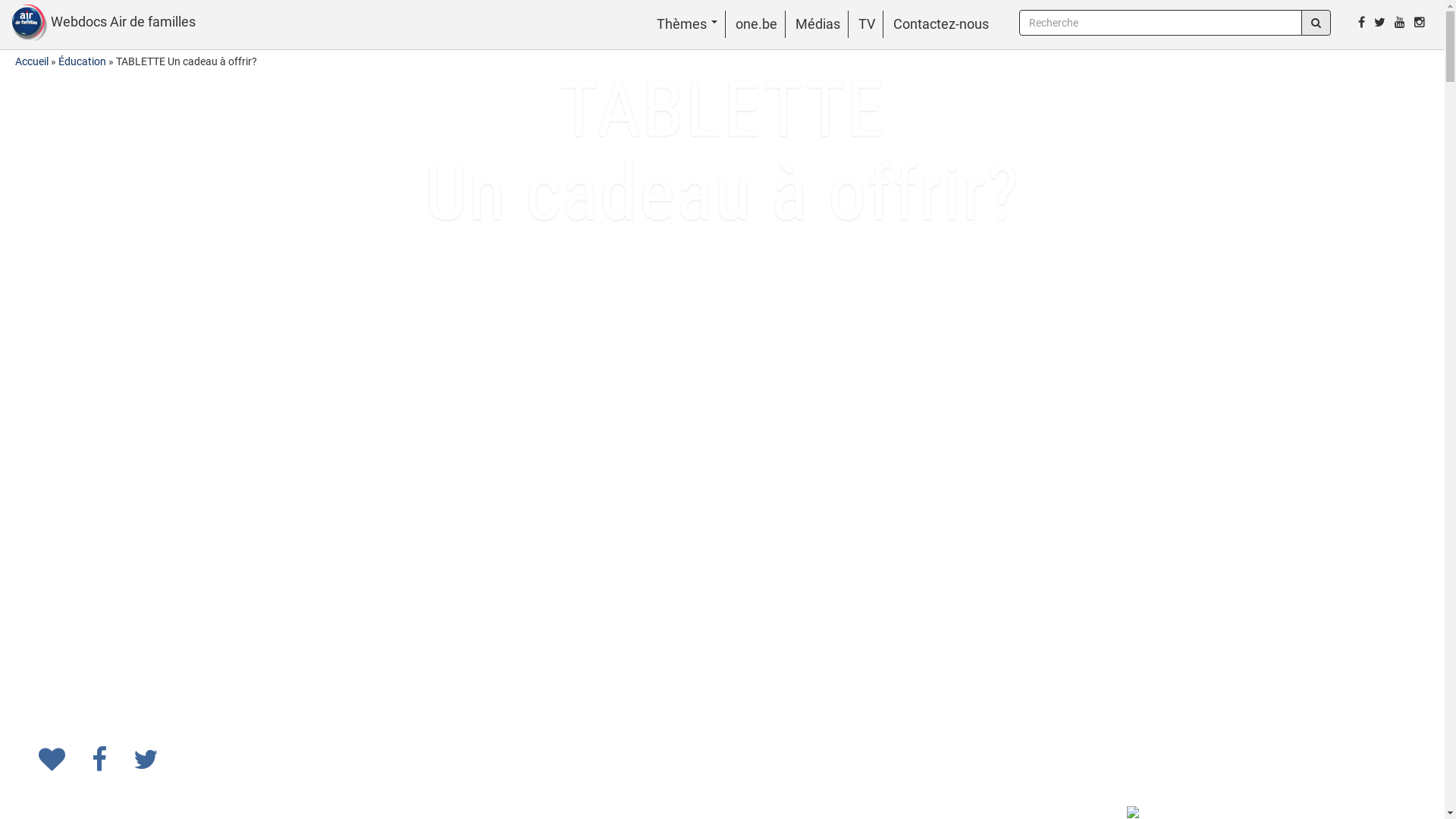  What do you see at coordinates (1379, 22) in the screenshot?
I see `'Twitte de l'ONE'` at bounding box center [1379, 22].